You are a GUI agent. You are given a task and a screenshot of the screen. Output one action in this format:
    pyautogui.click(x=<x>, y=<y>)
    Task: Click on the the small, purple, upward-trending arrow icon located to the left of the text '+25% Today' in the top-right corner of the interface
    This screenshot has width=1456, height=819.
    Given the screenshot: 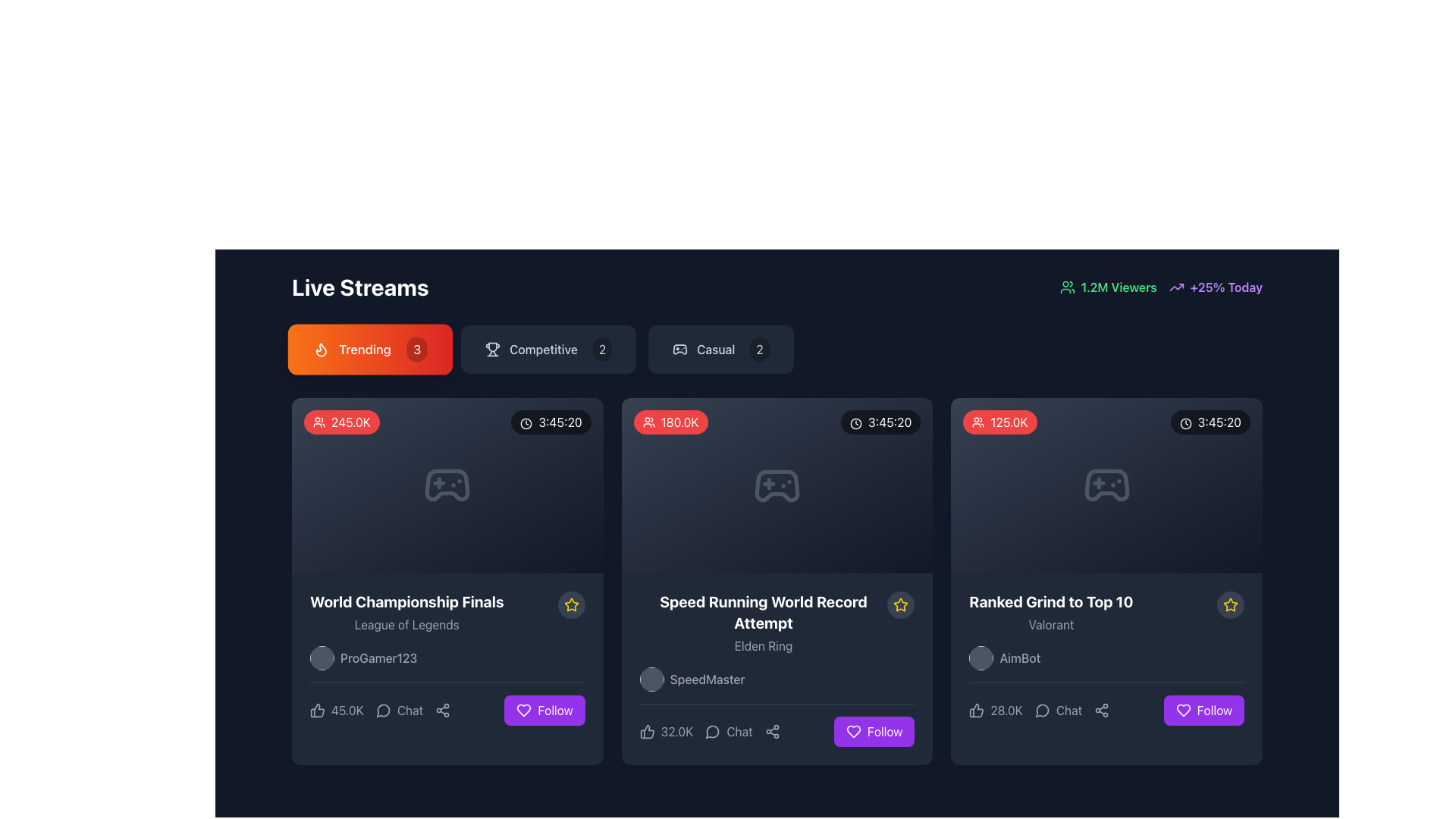 What is the action you would take?
    pyautogui.click(x=1175, y=287)
    